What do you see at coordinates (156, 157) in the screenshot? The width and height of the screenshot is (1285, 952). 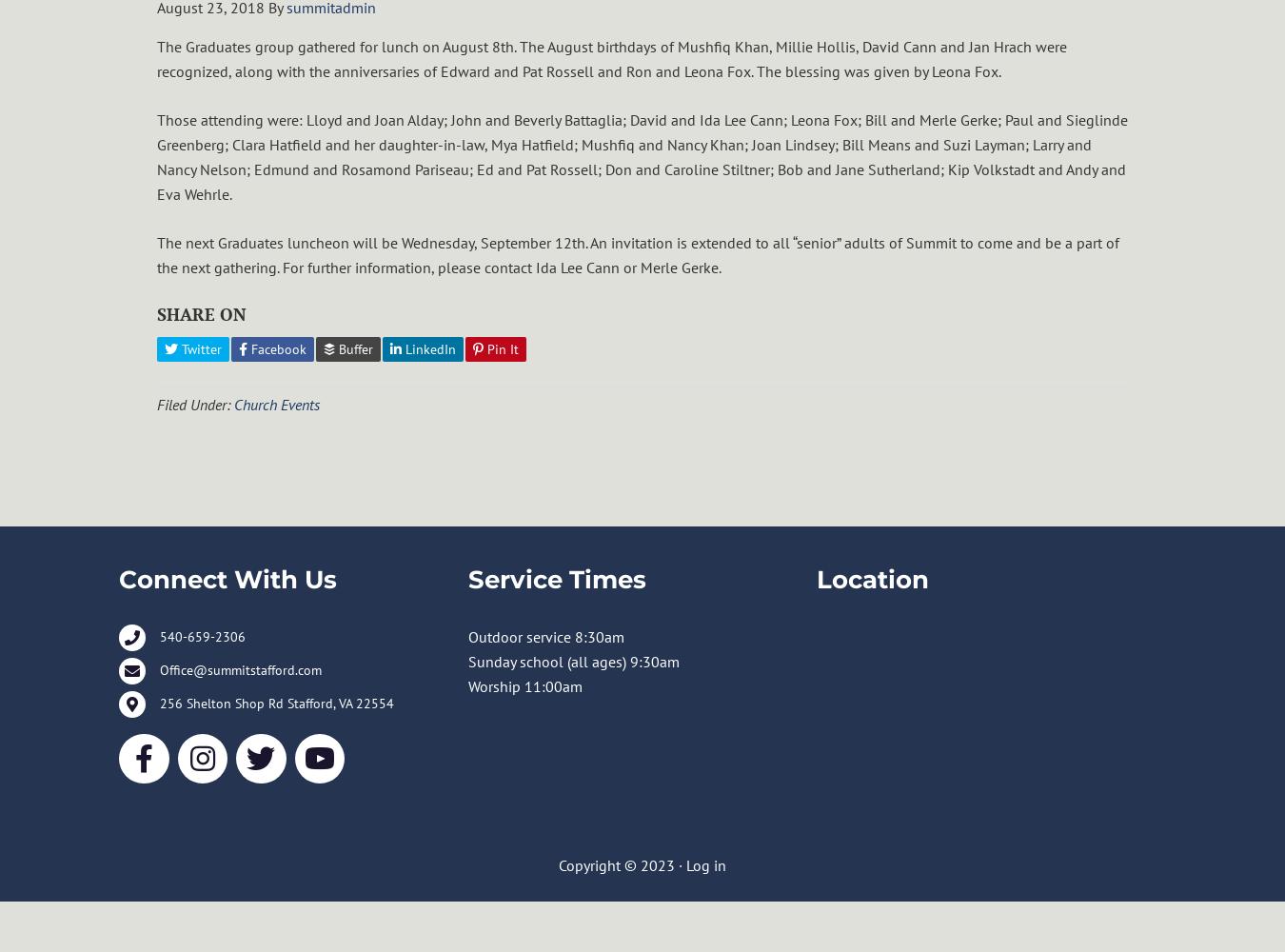 I see `'Those attending were:  Lloyd and Joan Alday; John and Beverly Battaglia; David and Ida Lee Cann; Leona Fox; Bill and Merle Gerke; Paul and Sieglinde Greenberg; Clara Hatfield and her daughter-in-law, Mya Hatfield; Mushfiq and Nancy Khan; Joan Lindsey; Bill Means and Suzi Layman; Larry and Nancy Nelson; Edmund and Rosamond Pariseau; Ed and Pat Rossell; Don and Caroline Stiltner; Bob and Jane Sutherland; Kip Volkstadt and Andy and Eva Wehrle.'` at bounding box center [156, 157].